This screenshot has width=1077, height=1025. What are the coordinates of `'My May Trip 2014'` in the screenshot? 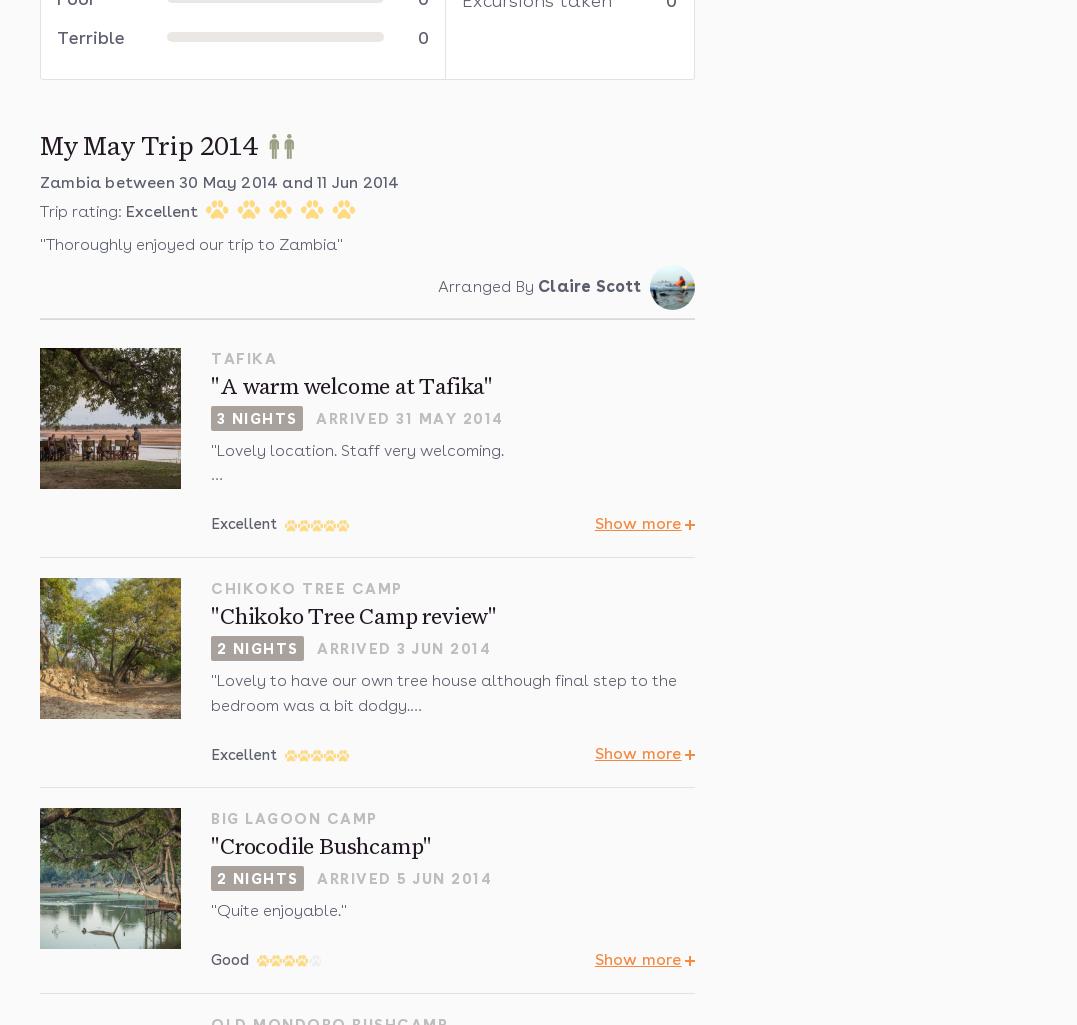 It's located at (148, 145).